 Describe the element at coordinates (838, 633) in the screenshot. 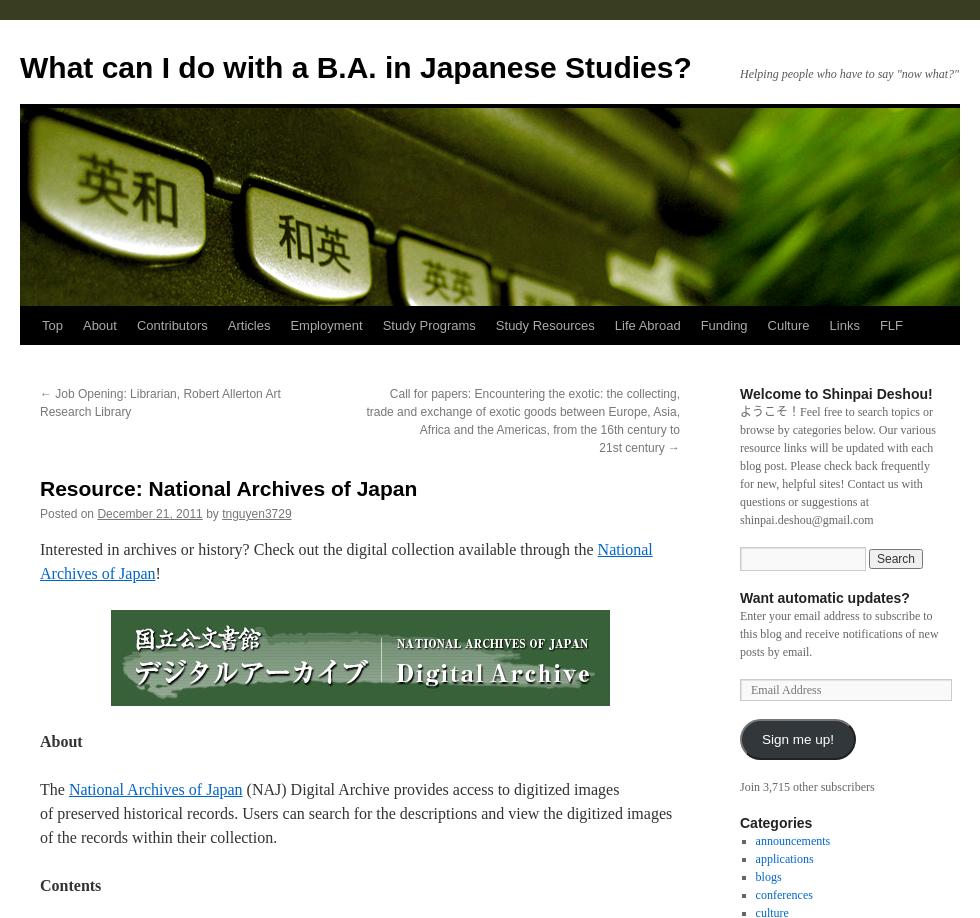

I see `'Enter your email address to subscribe to this blog and receive notifications of new posts by email.'` at that location.